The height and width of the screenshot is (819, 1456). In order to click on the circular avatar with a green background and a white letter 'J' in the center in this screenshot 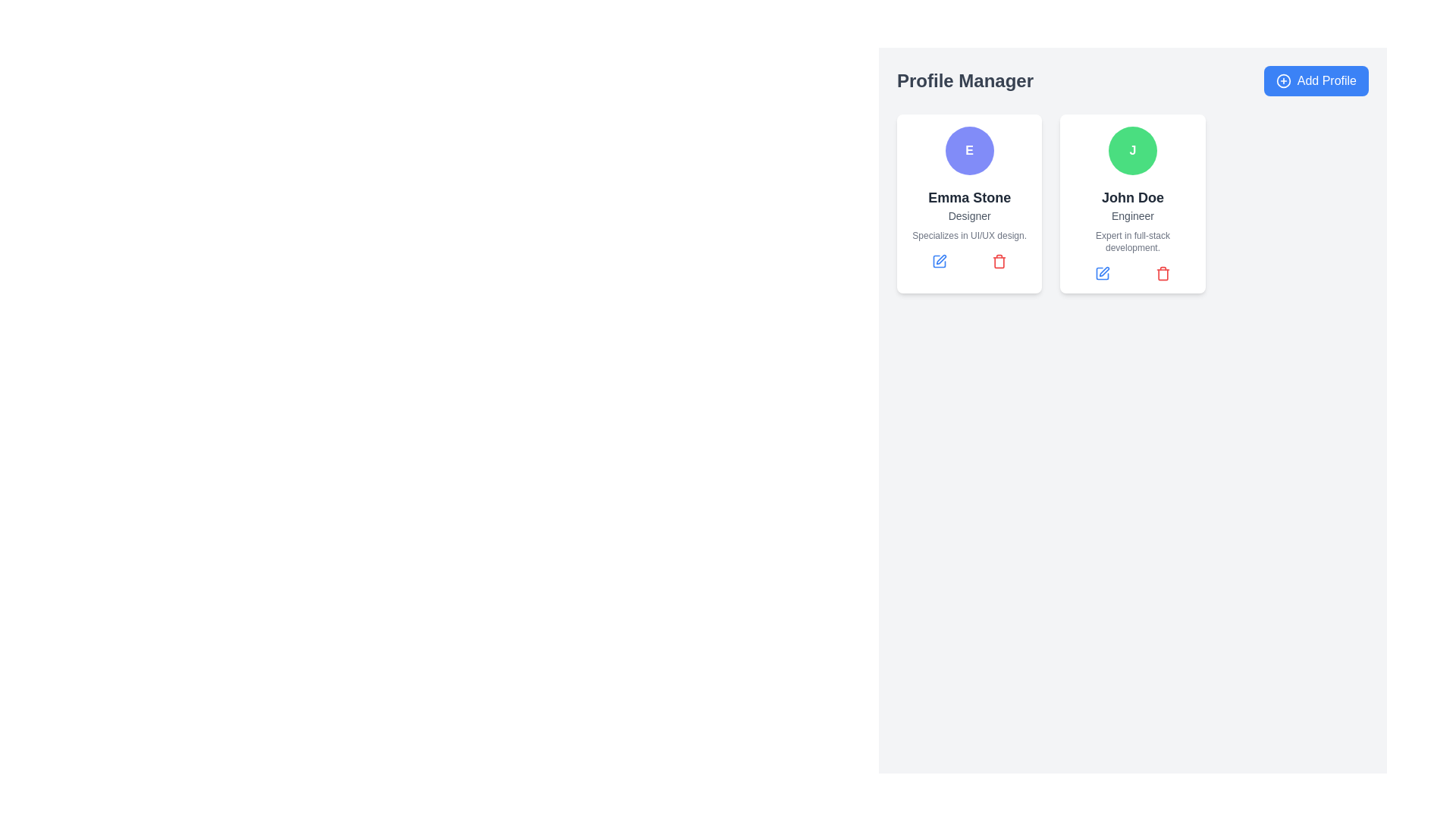, I will do `click(1132, 151)`.